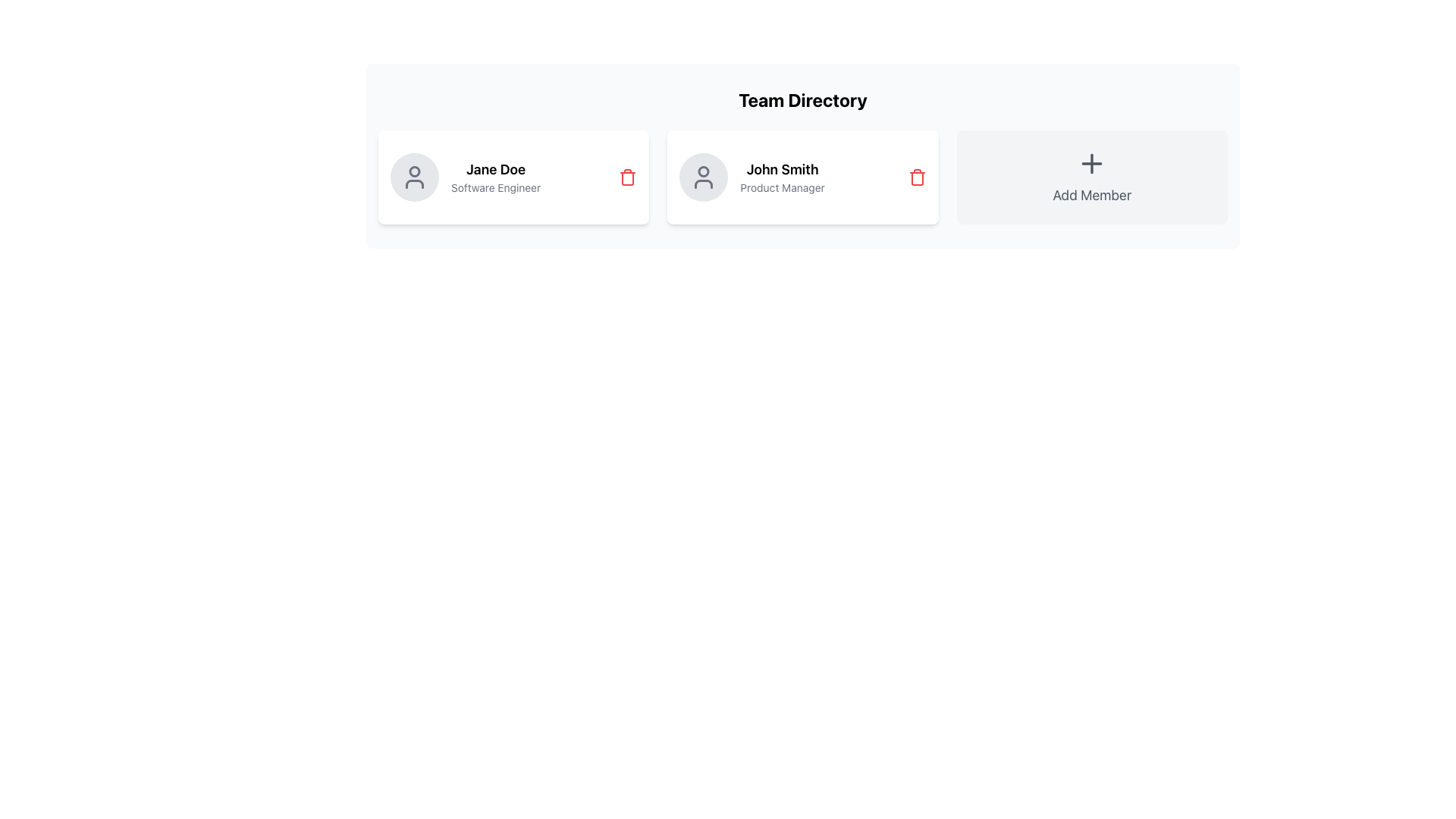 The image size is (1456, 819). What do you see at coordinates (703, 171) in the screenshot?
I see `the circular vector graphic element representing the head of the user icon for 'John Smith, Product Manager' in the 'Team Directory' section` at bounding box center [703, 171].